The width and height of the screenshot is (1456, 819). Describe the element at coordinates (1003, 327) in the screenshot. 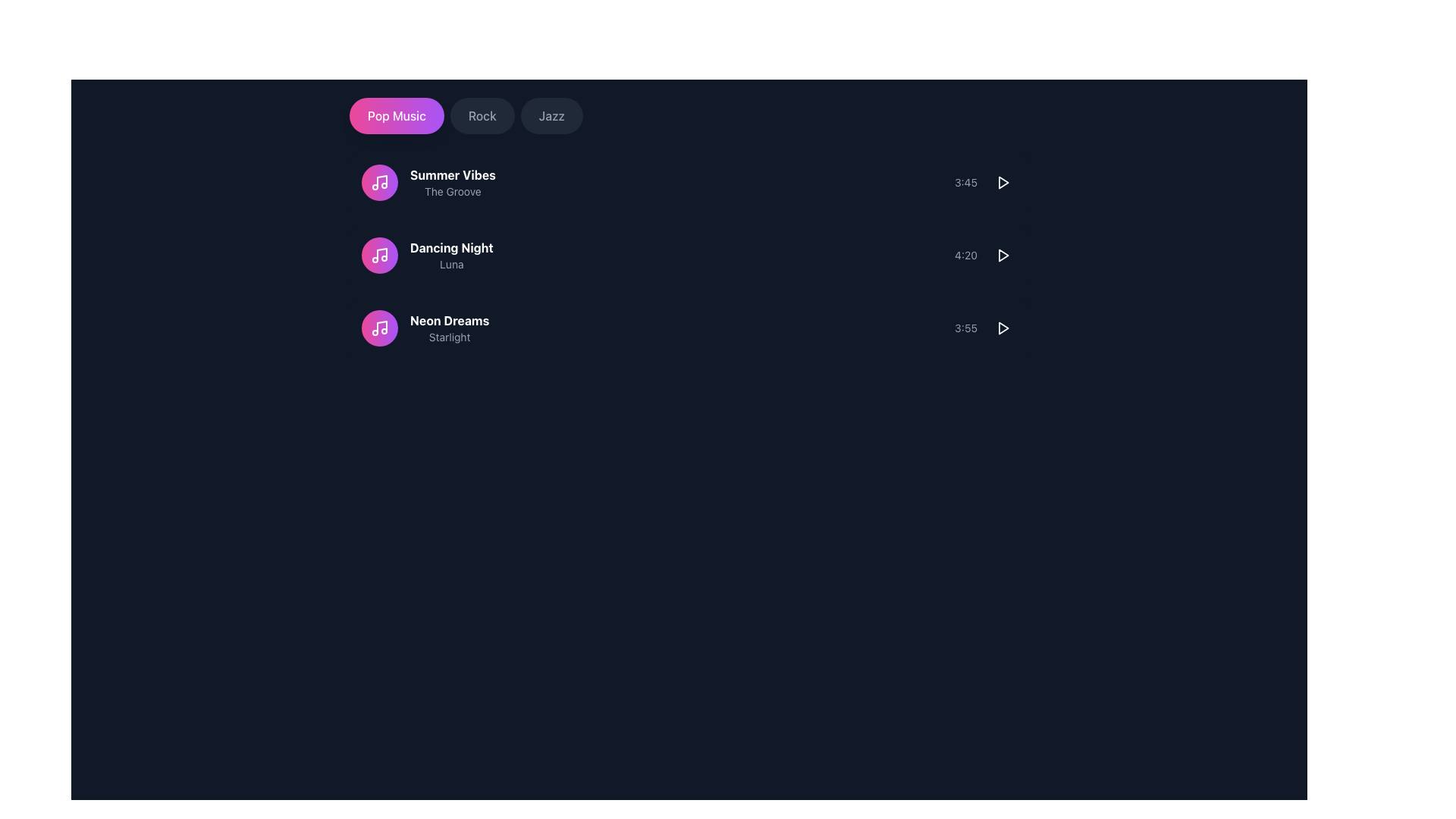

I see `the play button for the audio item titled 'Neon Dreams', located to the right of the duration text '3:55', which is the third button in the list` at that location.